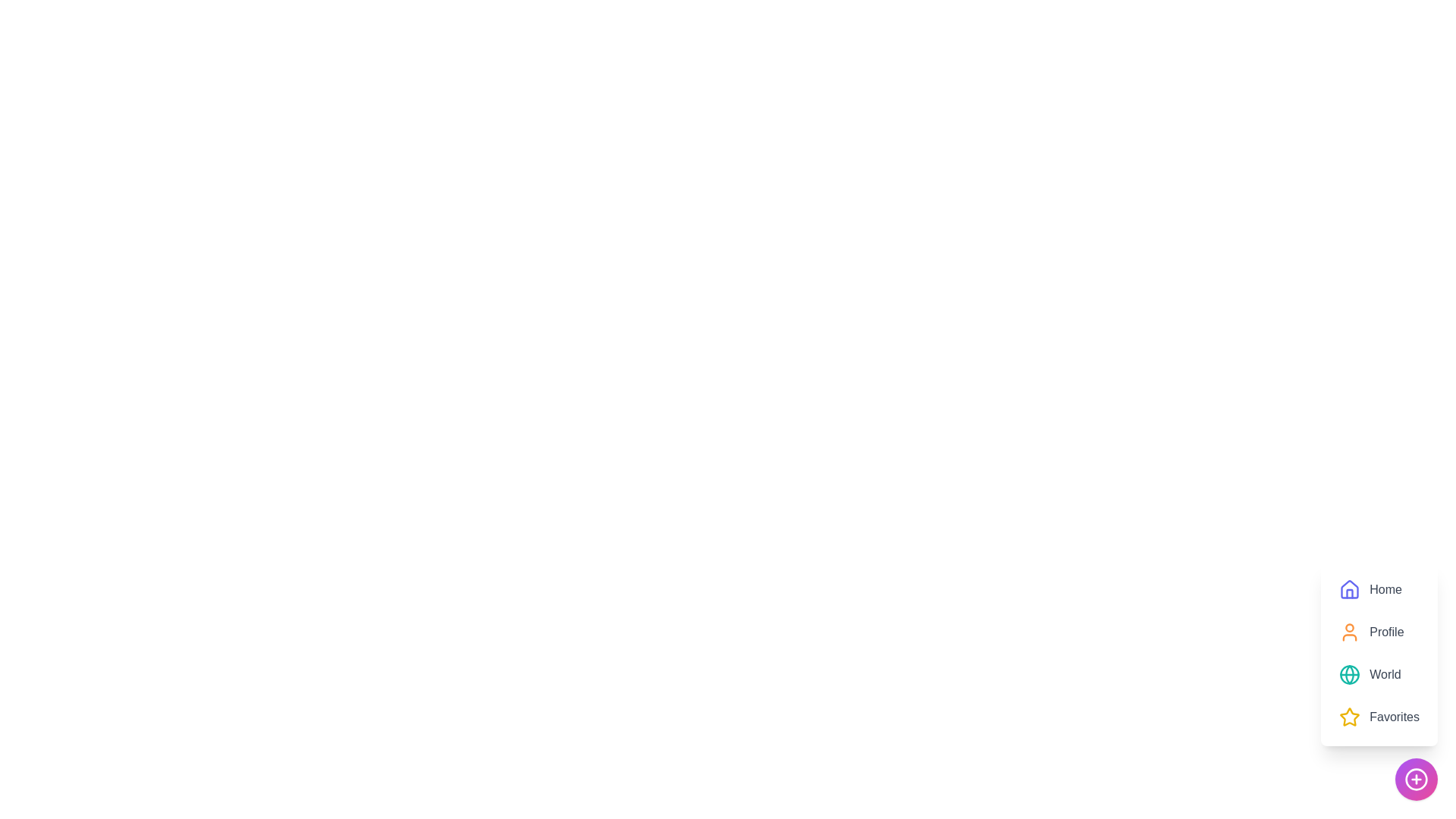  Describe the element at coordinates (1370, 589) in the screenshot. I see `the 'Home' menu item` at that location.